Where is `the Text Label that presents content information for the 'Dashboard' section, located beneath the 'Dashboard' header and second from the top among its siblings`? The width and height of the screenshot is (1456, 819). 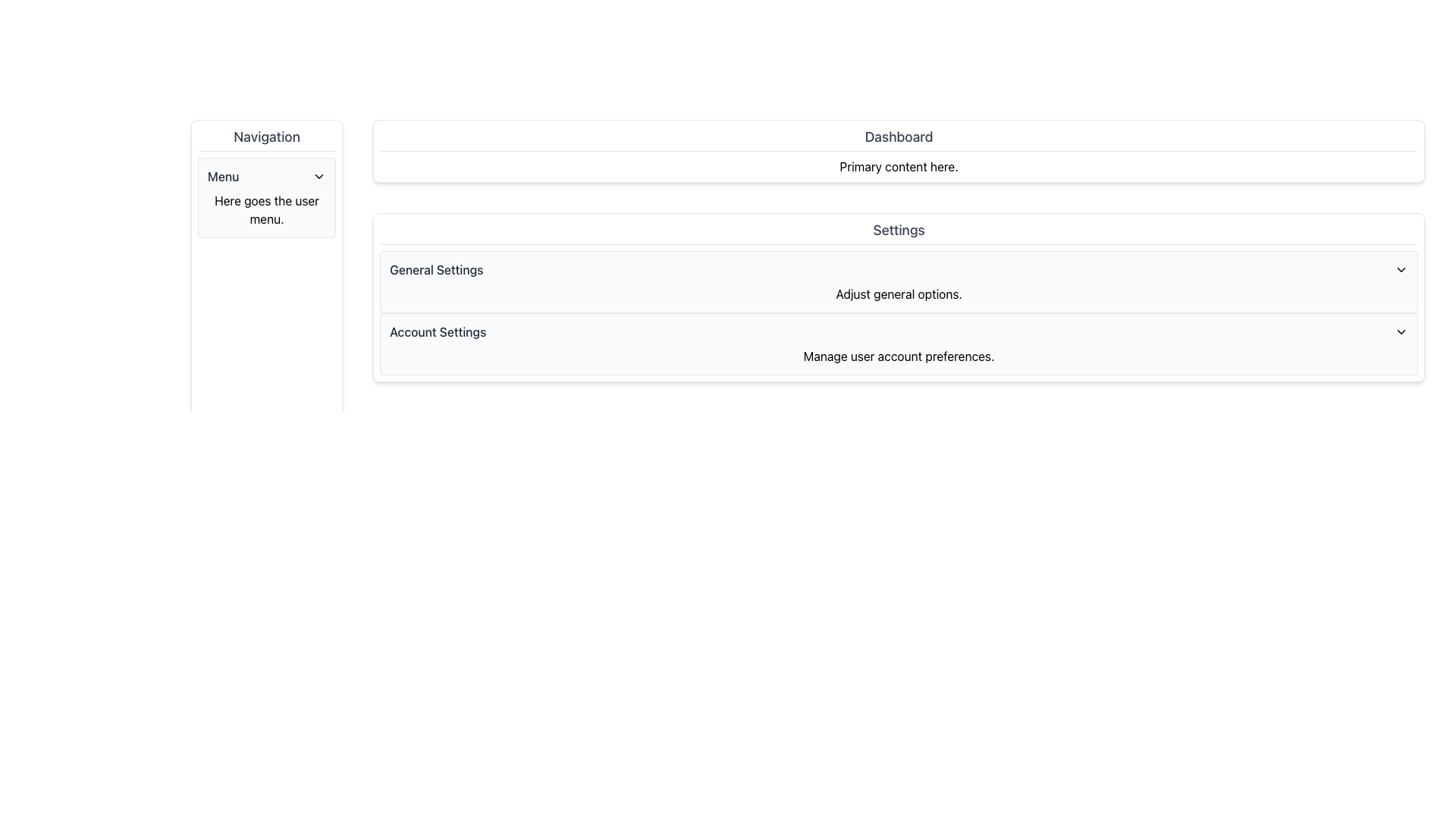 the Text Label that presents content information for the 'Dashboard' section, located beneath the 'Dashboard' header and second from the top among its siblings is located at coordinates (899, 166).